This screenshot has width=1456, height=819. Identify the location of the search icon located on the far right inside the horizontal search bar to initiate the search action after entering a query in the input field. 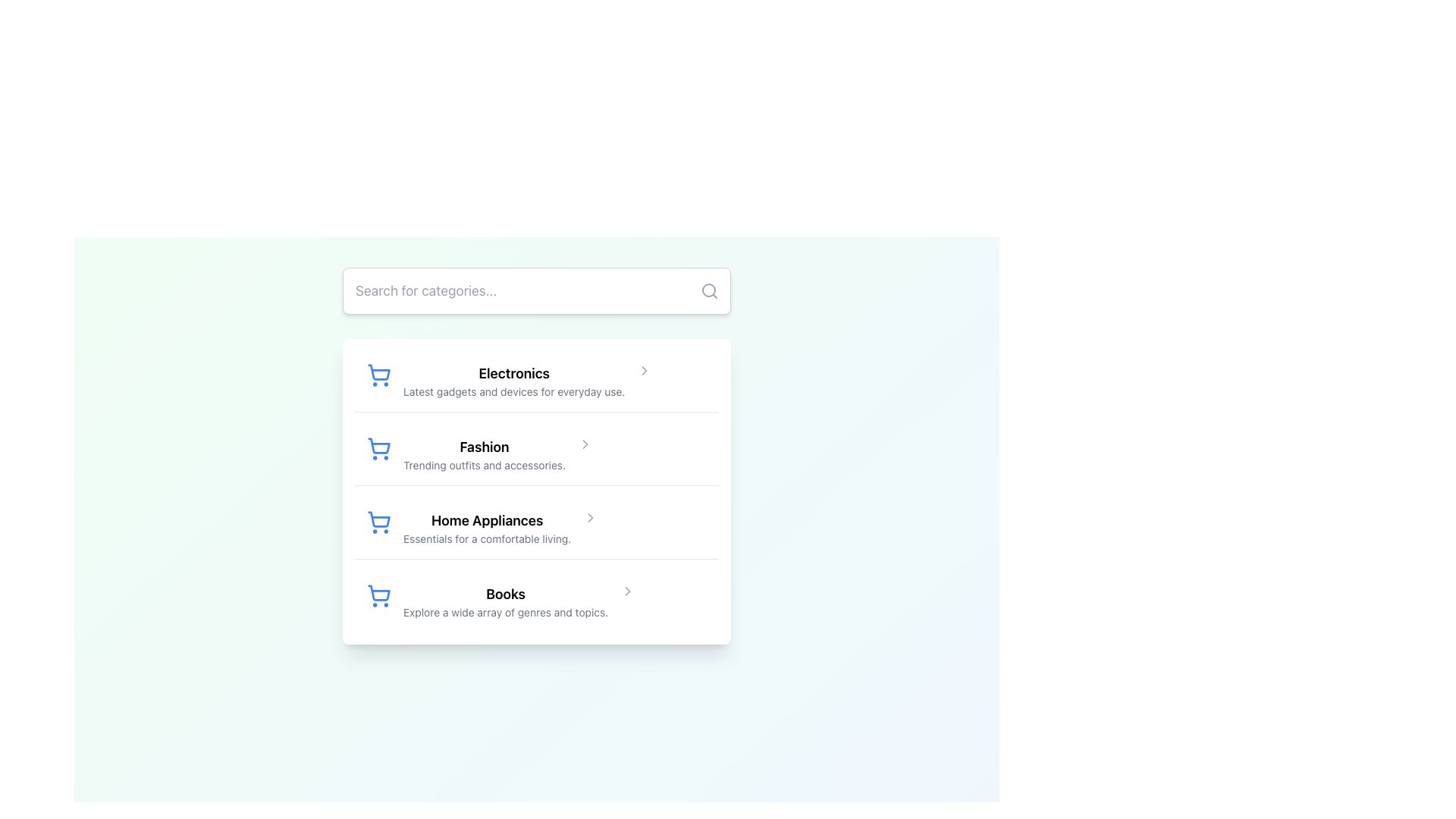
(709, 291).